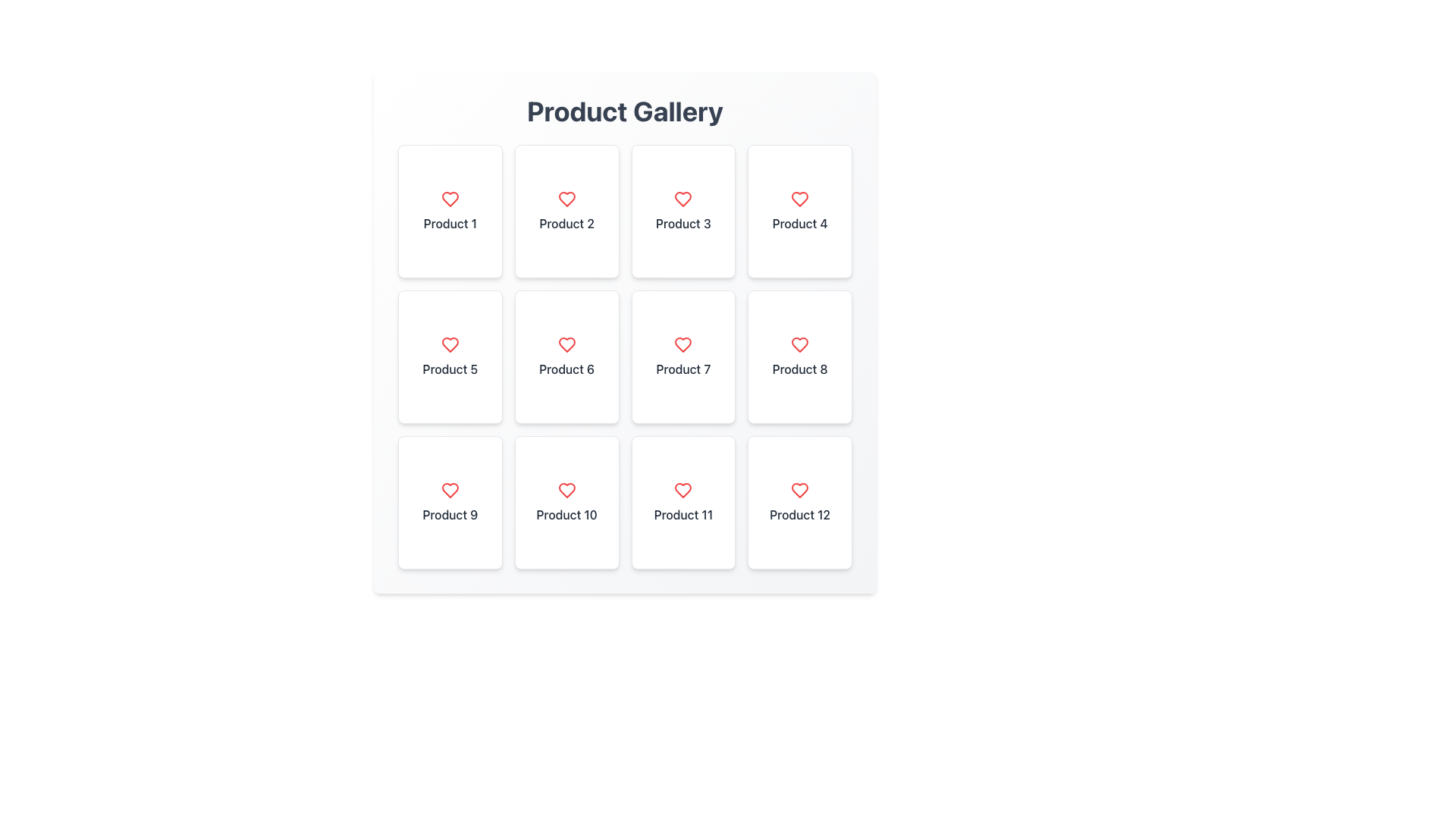 The height and width of the screenshot is (819, 1456). I want to click on name of the product from the text label displaying 'Product 3' located in the third card of the first row, beneath the heart icon, so click(682, 223).